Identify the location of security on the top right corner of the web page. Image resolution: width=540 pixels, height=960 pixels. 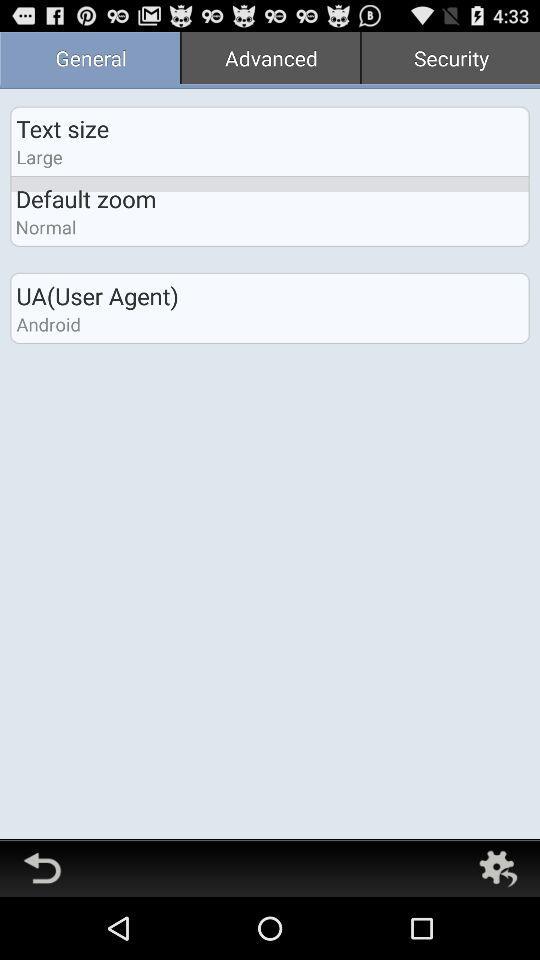
(449, 59).